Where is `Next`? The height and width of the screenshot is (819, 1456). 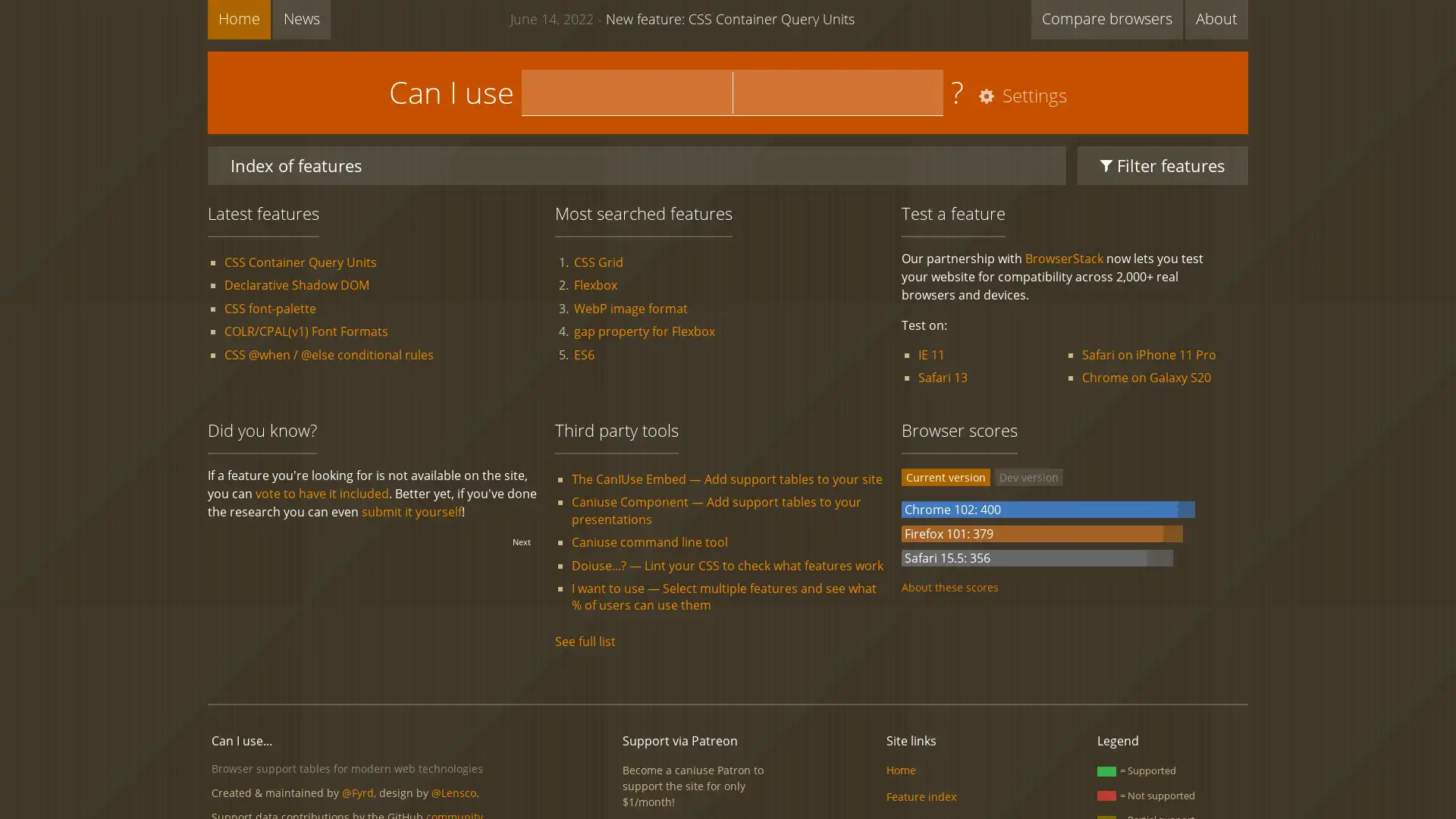
Next is located at coordinates (521, 541).